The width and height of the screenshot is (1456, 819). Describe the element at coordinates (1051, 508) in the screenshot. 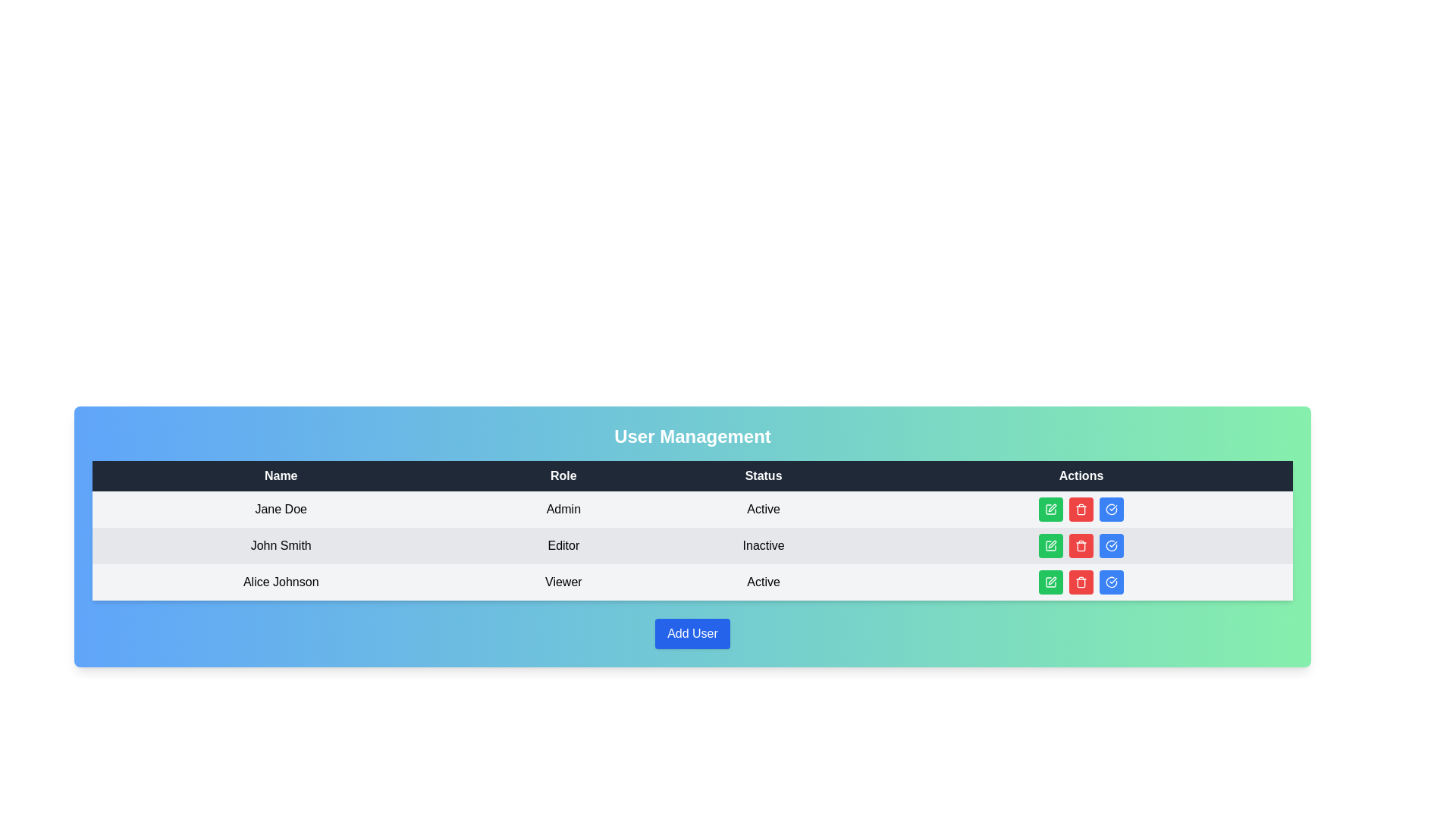

I see `the edit button for the user 'Jane Doe' located in the Actions column of the User Management table` at that location.